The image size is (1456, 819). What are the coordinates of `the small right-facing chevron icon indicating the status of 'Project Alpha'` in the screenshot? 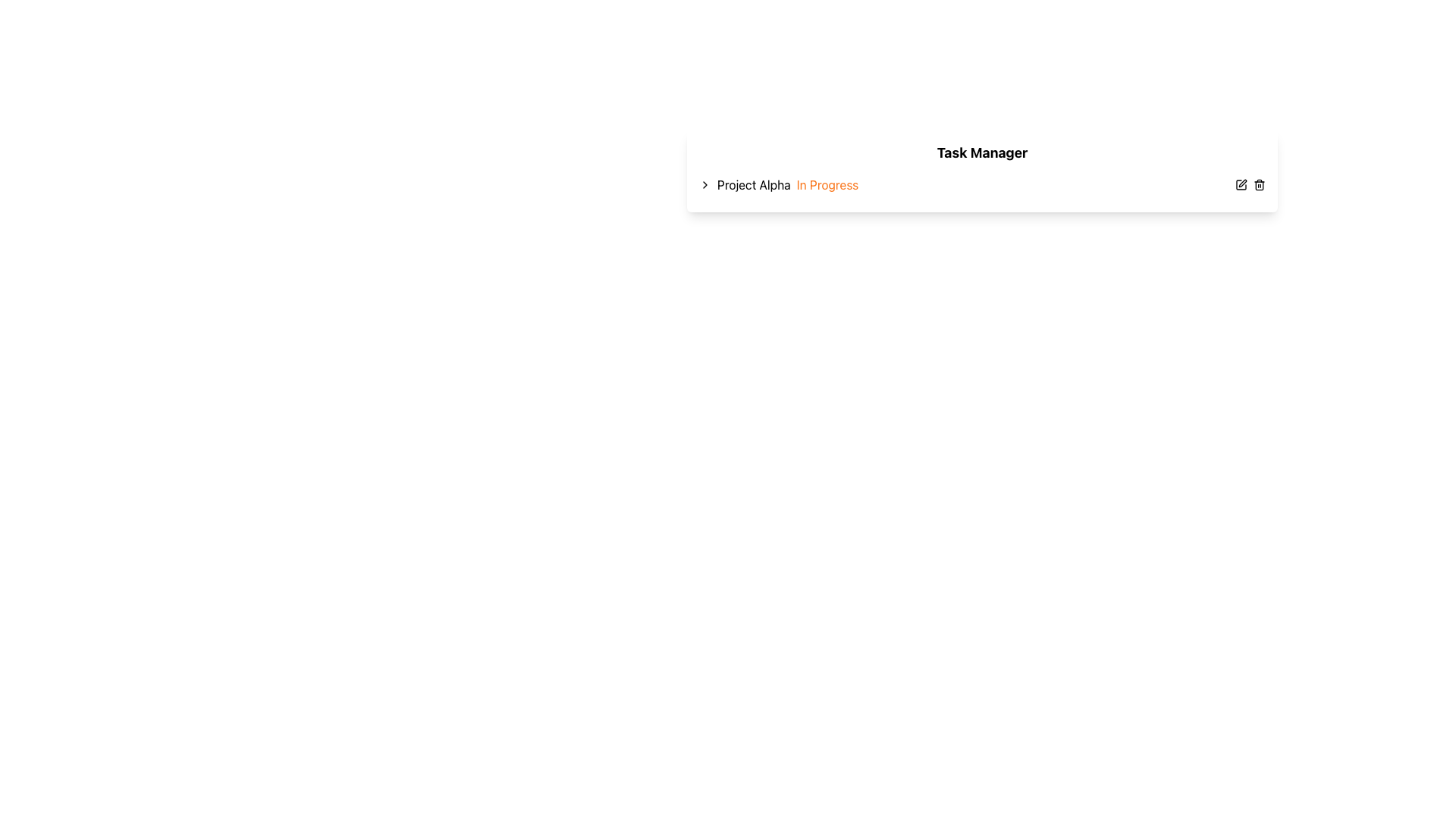 It's located at (704, 184).